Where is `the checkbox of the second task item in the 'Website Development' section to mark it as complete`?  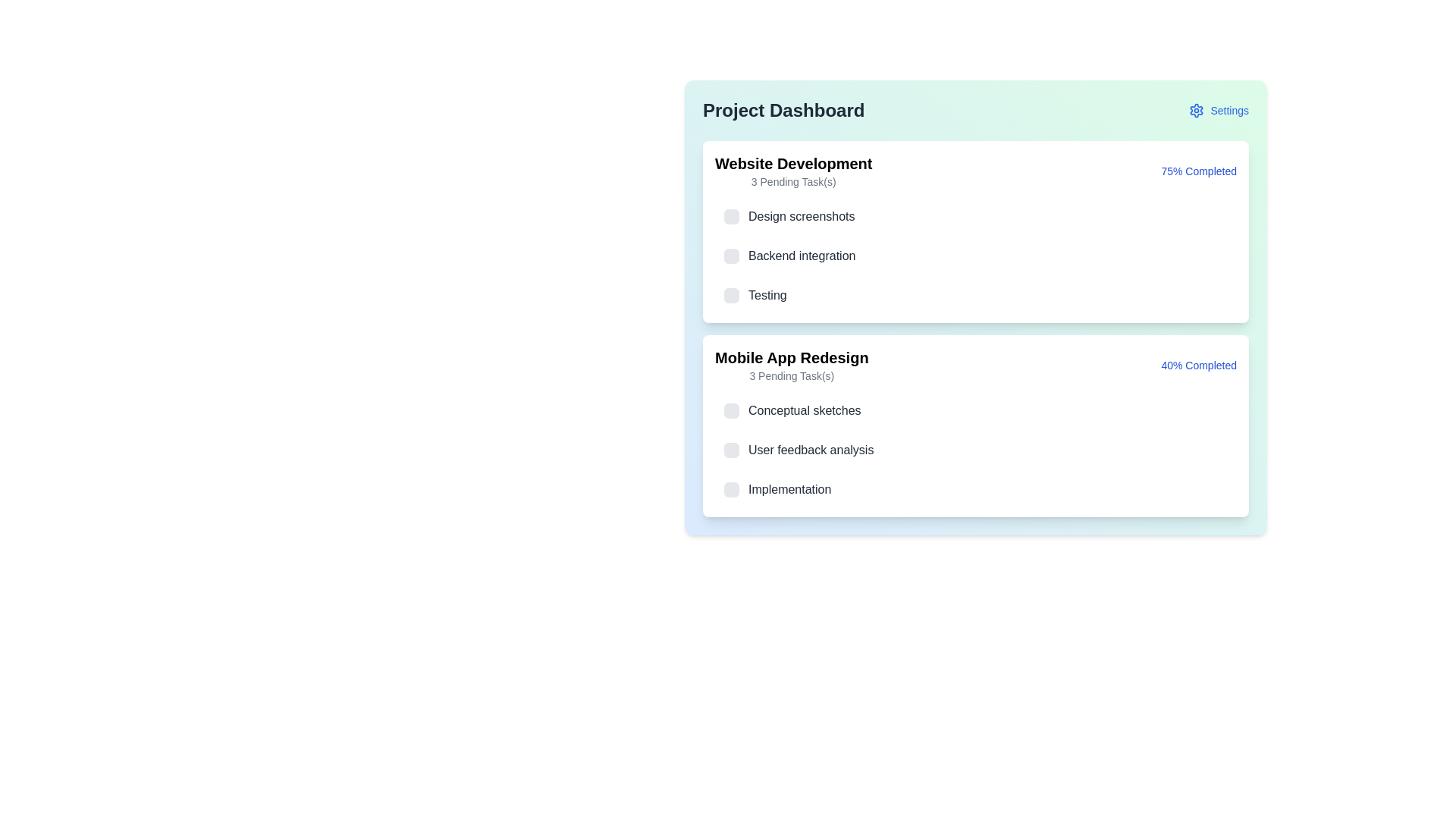 the checkbox of the second task item in the 'Website Development' section to mark it as complete is located at coordinates (975, 256).